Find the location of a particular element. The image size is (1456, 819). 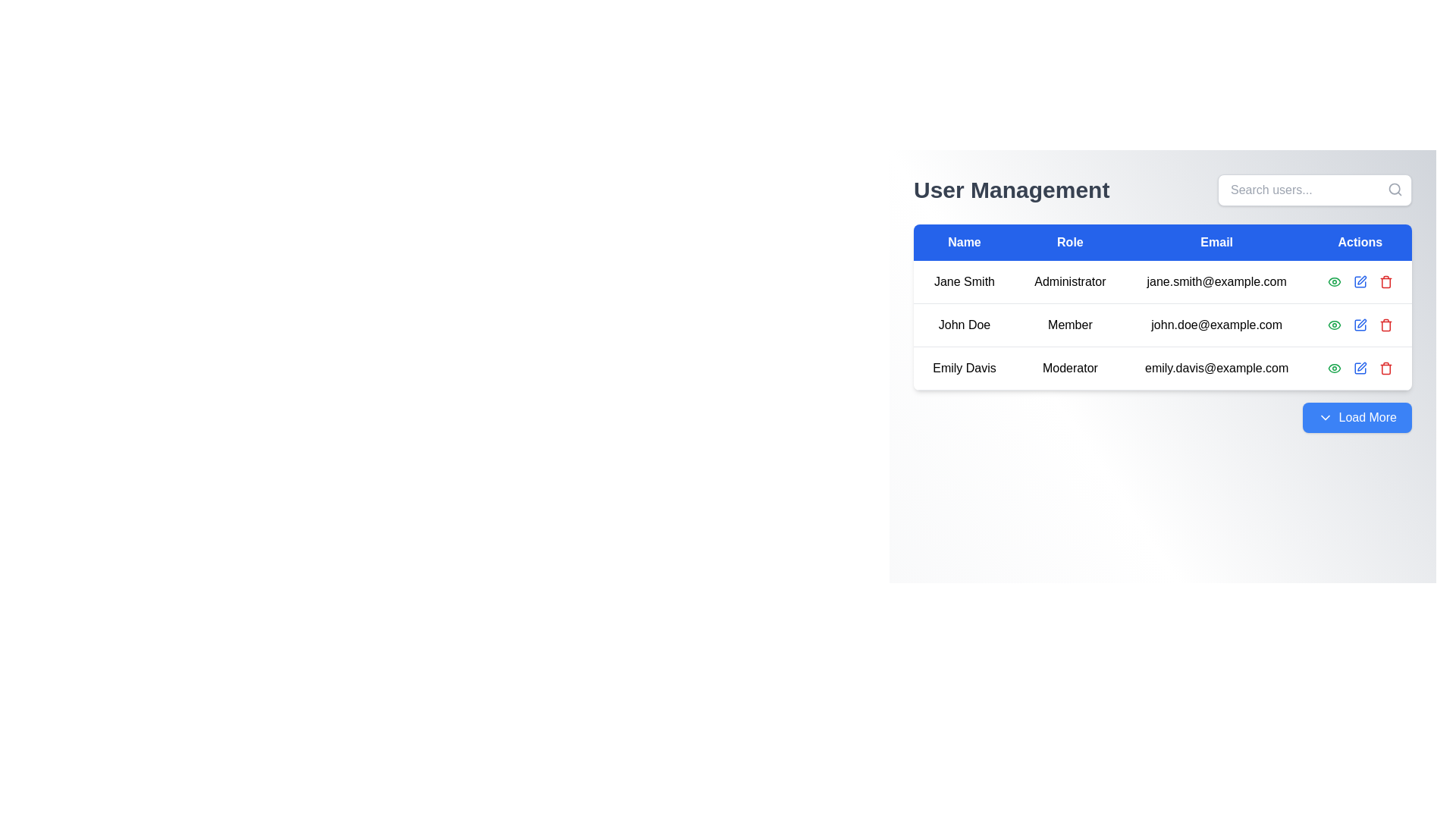

the text label displaying 'Emily Davis' is located at coordinates (964, 369).